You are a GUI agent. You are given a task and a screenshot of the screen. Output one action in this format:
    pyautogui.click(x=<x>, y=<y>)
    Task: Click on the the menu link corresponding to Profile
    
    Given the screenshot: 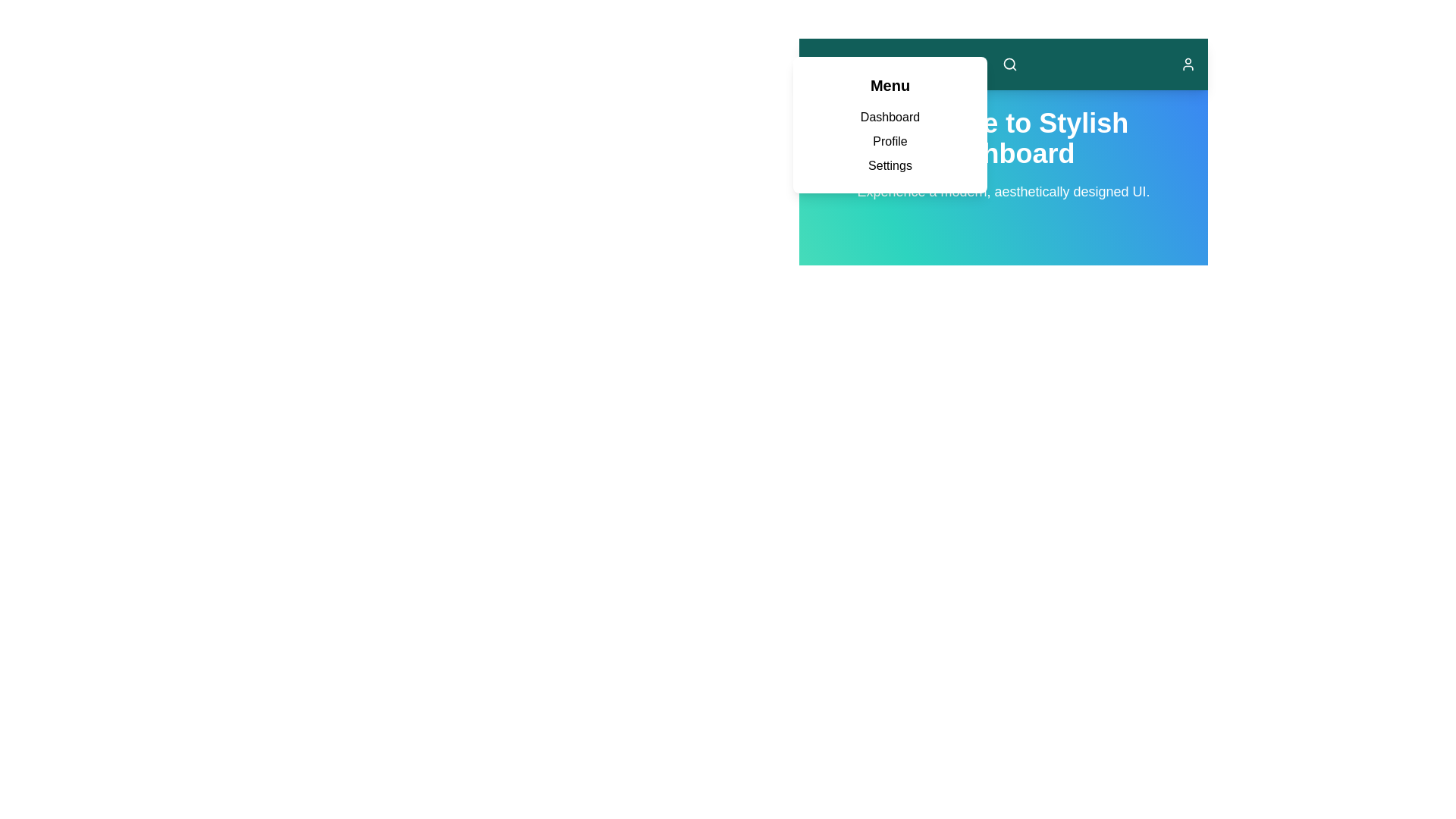 What is the action you would take?
    pyautogui.click(x=890, y=141)
    